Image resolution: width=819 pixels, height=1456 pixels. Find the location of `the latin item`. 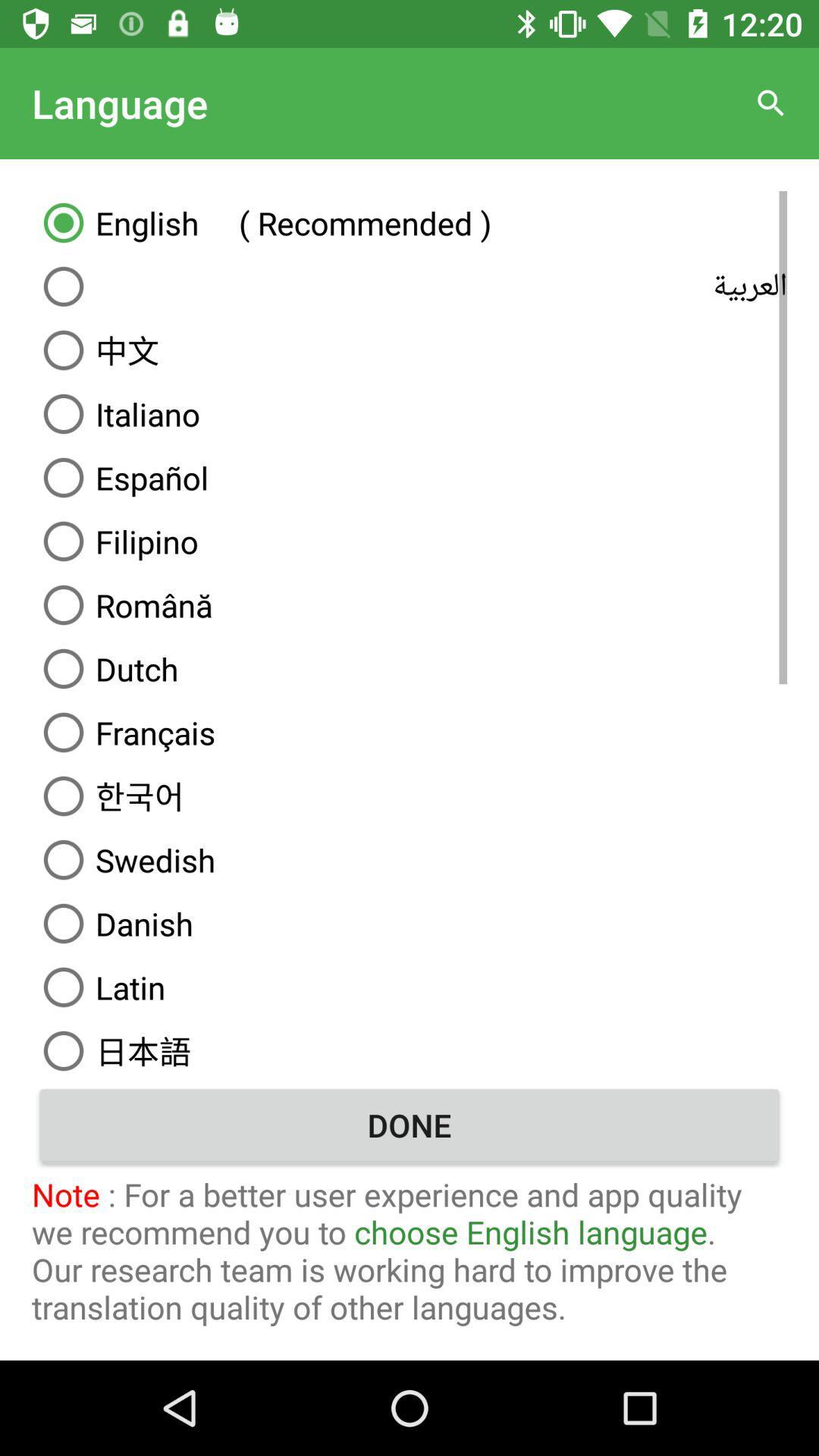

the latin item is located at coordinates (409, 987).